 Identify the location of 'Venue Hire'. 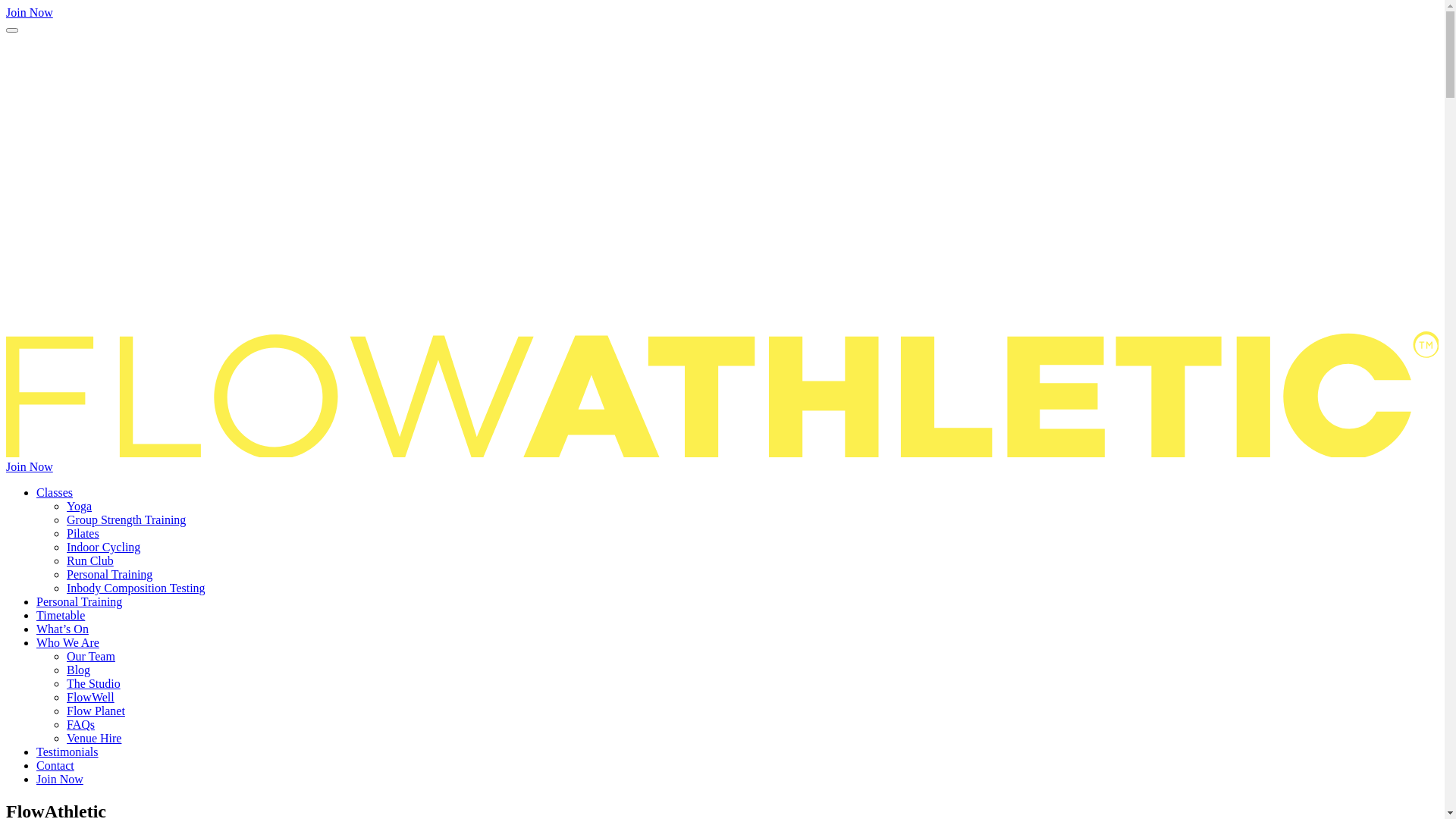
(93, 737).